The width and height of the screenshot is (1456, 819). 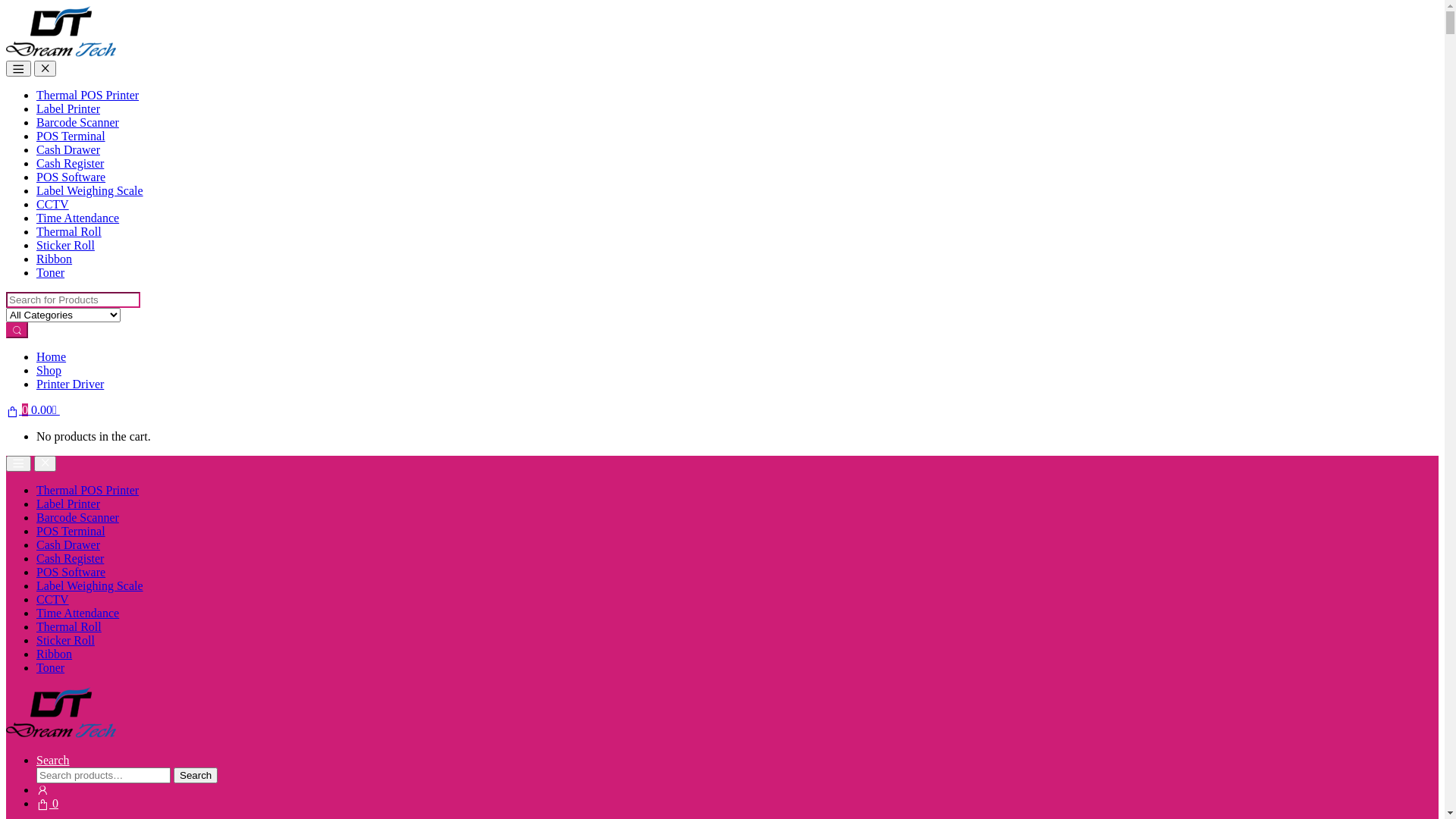 What do you see at coordinates (53, 760) in the screenshot?
I see `'Search'` at bounding box center [53, 760].